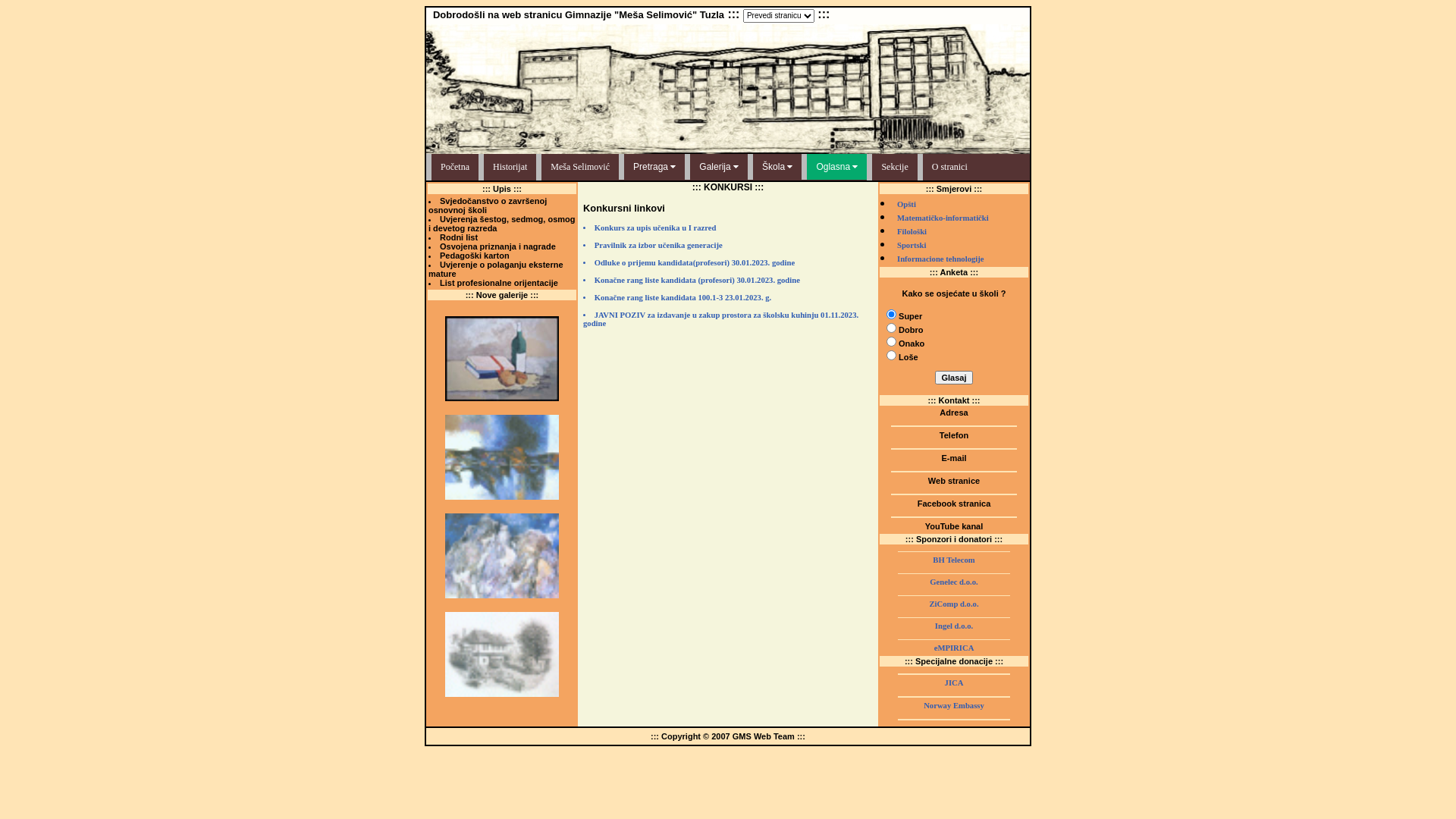 This screenshot has height=819, width=1456. What do you see at coordinates (946, 167) in the screenshot?
I see `'O stranici'` at bounding box center [946, 167].